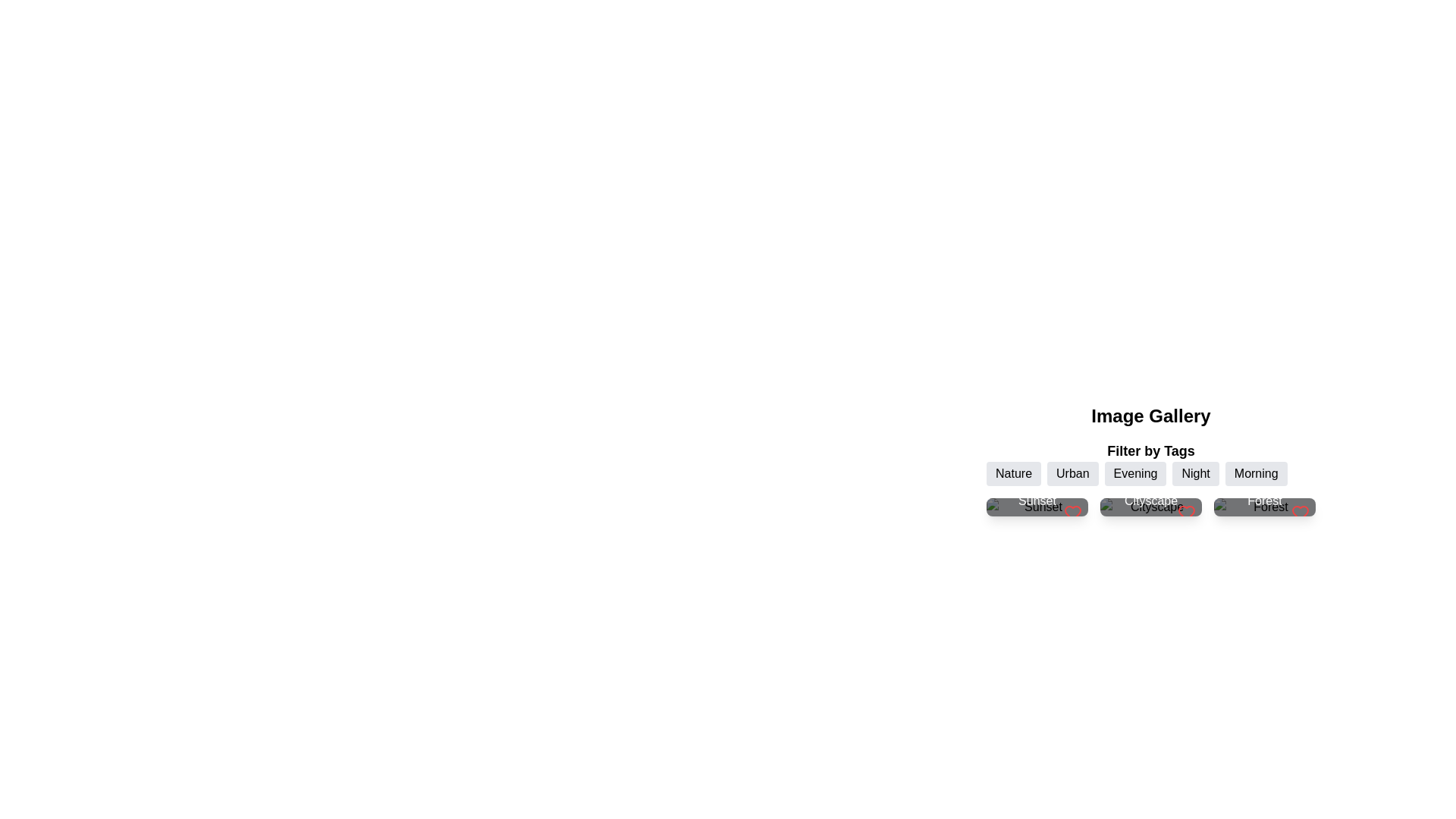 The image size is (1456, 819). What do you see at coordinates (1037, 500) in the screenshot?
I see `the 'Sunset' text label, which is a rectangle-shaped overlay with a black transparent background located at the bottom of an image tile in the leftmost column` at bounding box center [1037, 500].